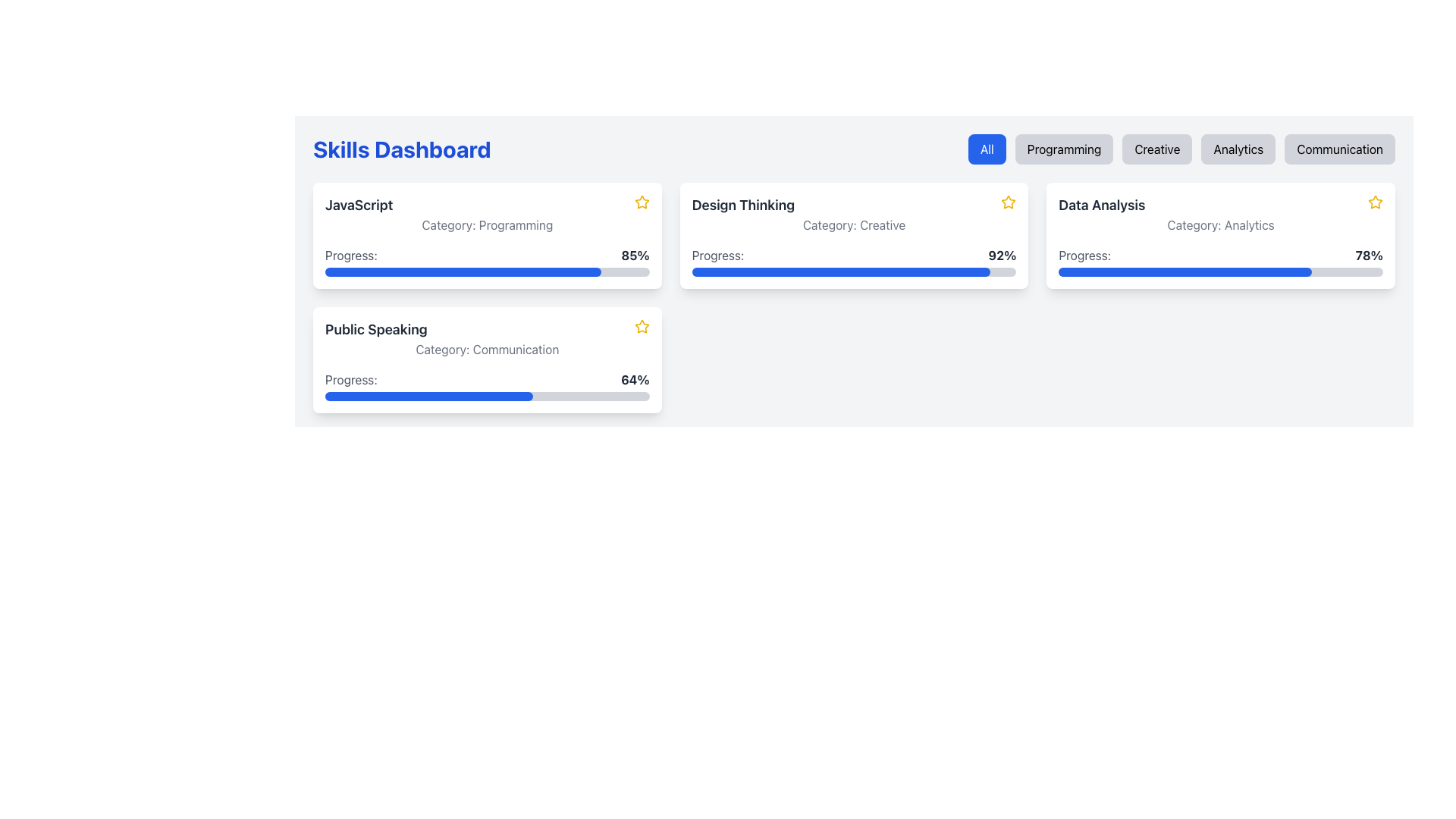  What do you see at coordinates (1181, 149) in the screenshot?
I see `the third button labeled 'Creative' in the Skills Dashboard section to possibly reveal additional styling changes` at bounding box center [1181, 149].